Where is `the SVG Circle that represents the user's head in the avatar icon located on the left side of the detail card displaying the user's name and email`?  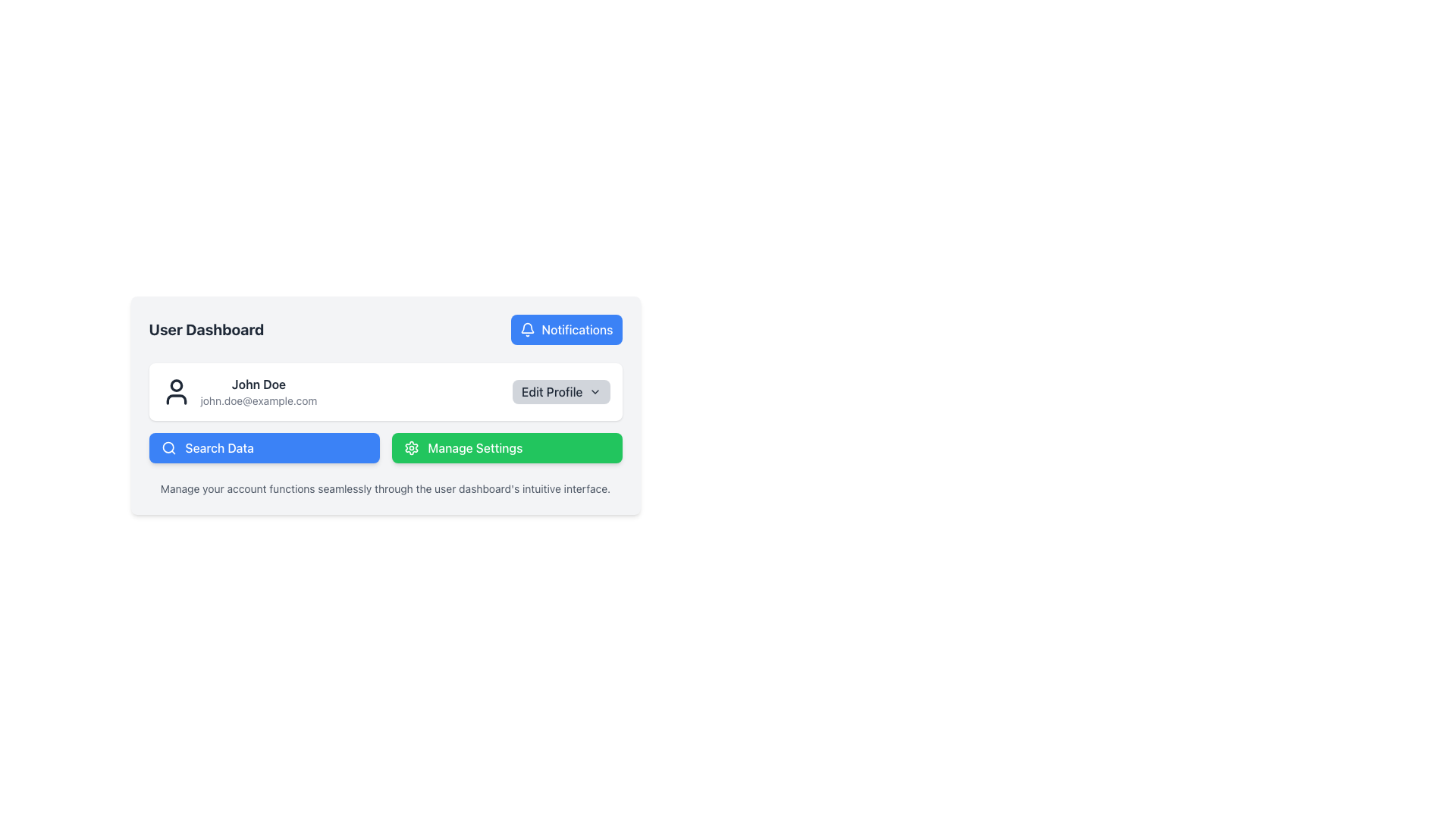
the SVG Circle that represents the user's head in the avatar icon located on the left side of the detail card displaying the user's name and email is located at coordinates (176, 384).